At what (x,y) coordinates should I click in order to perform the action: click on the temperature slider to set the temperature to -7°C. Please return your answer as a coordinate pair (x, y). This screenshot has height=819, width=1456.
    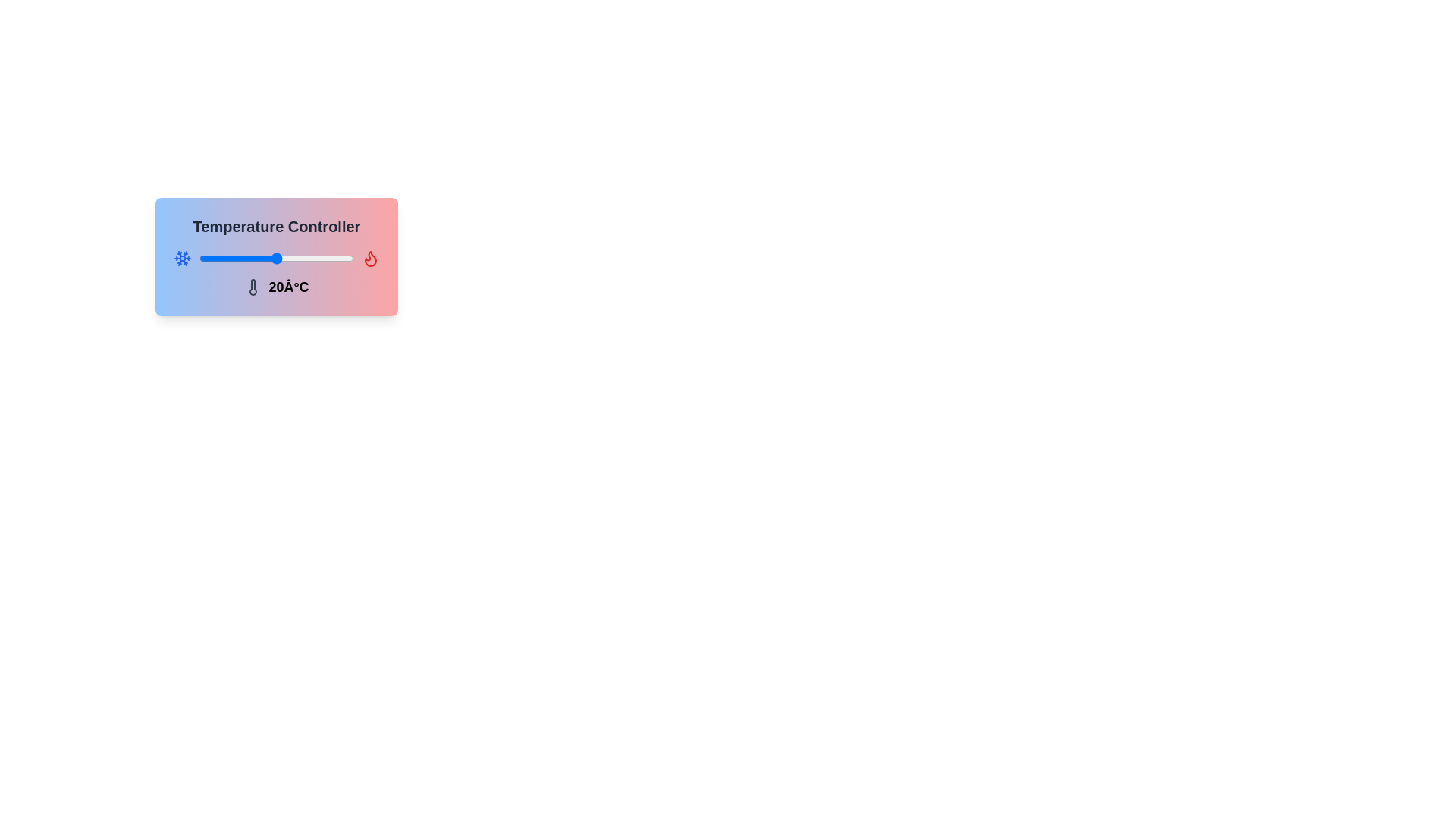
    Looking at the image, I should click on (206, 257).